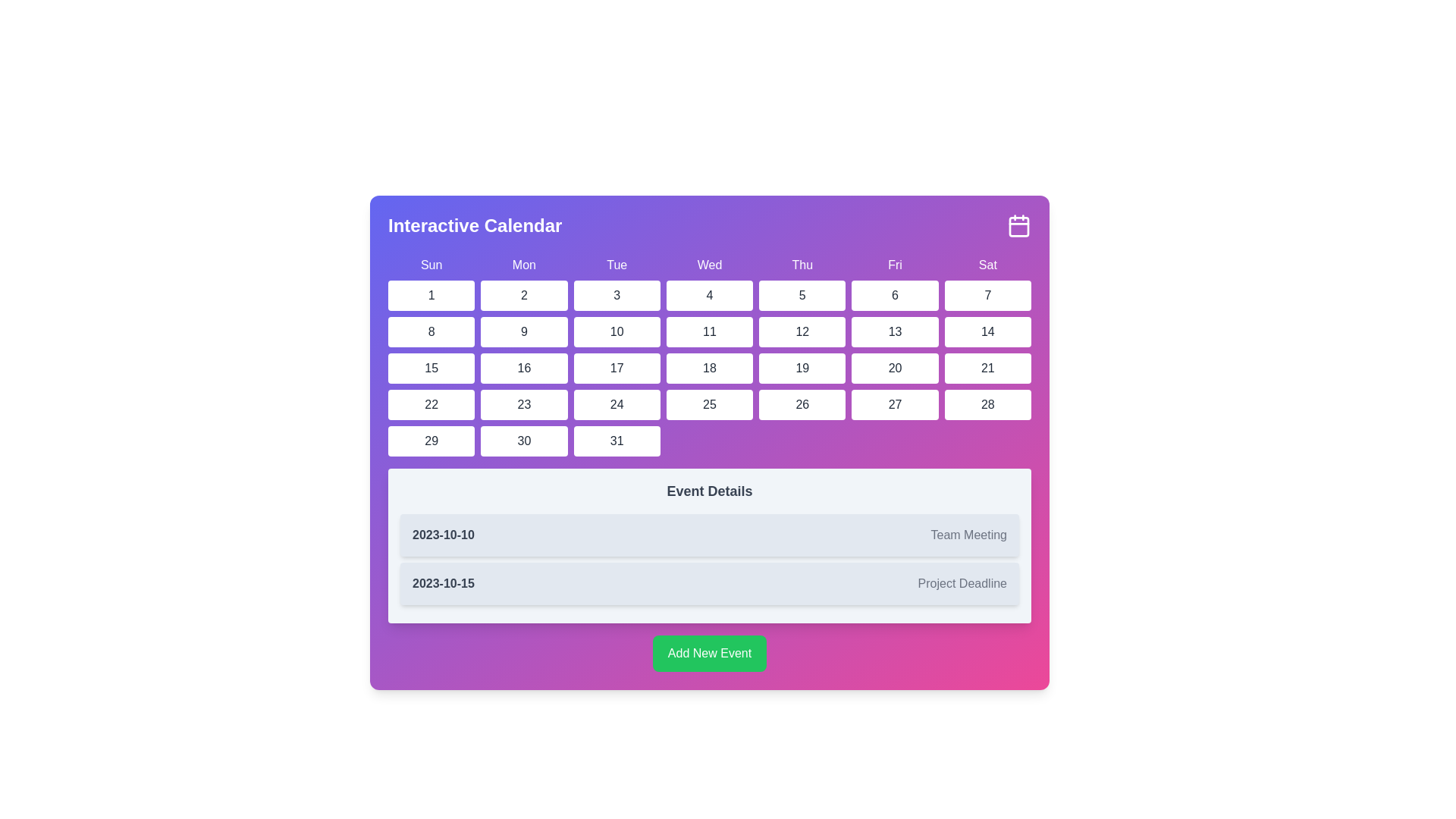 The width and height of the screenshot is (1456, 819). I want to click on the rectangular button with a white background and '10' in black font, located under the 'Tue' column in the calendar grid, so click(617, 331).